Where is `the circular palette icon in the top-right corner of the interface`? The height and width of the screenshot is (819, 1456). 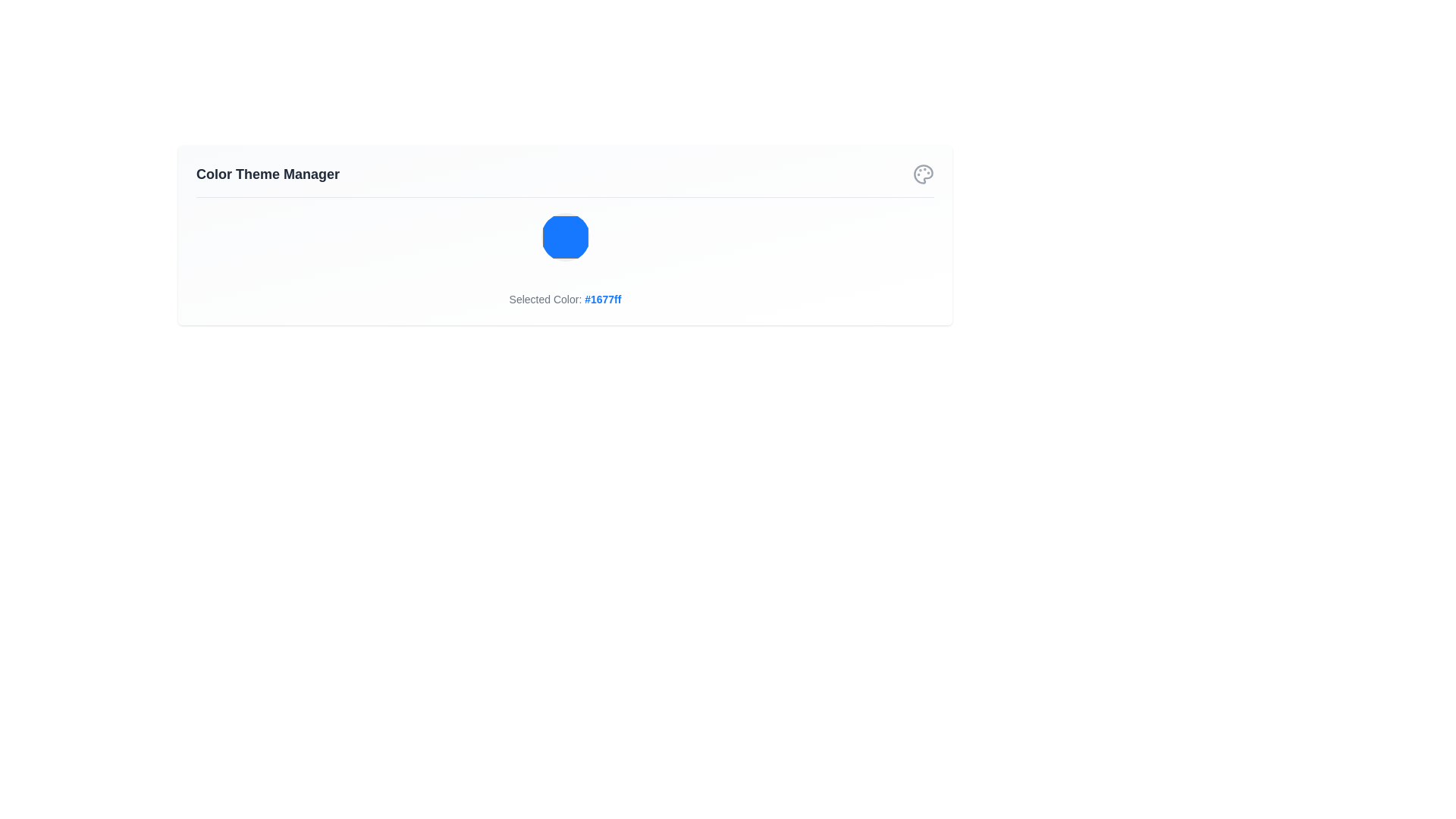 the circular palette icon in the top-right corner of the interface is located at coordinates (923, 174).